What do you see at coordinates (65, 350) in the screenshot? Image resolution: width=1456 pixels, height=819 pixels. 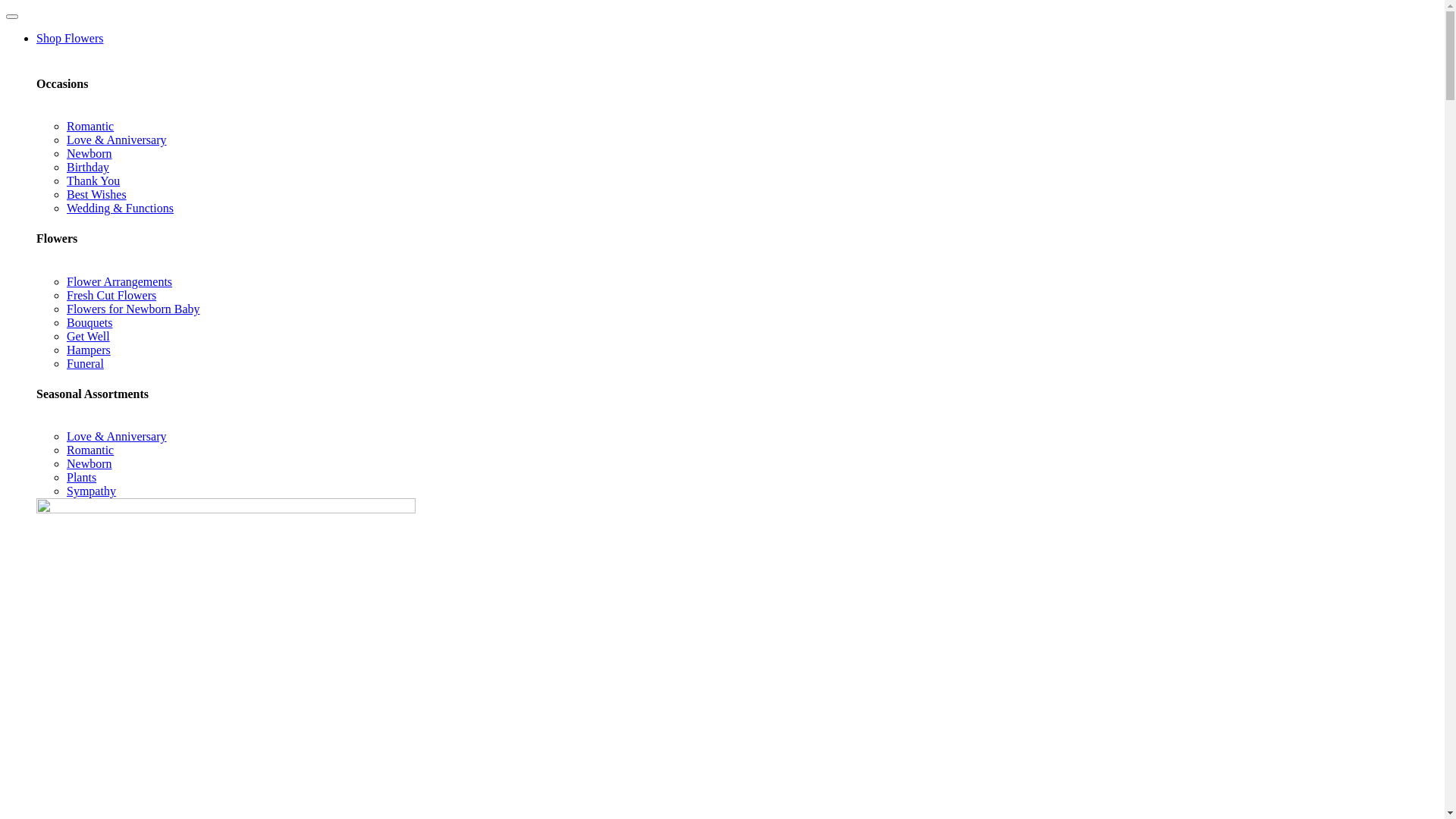 I see `'Hampers'` at bounding box center [65, 350].